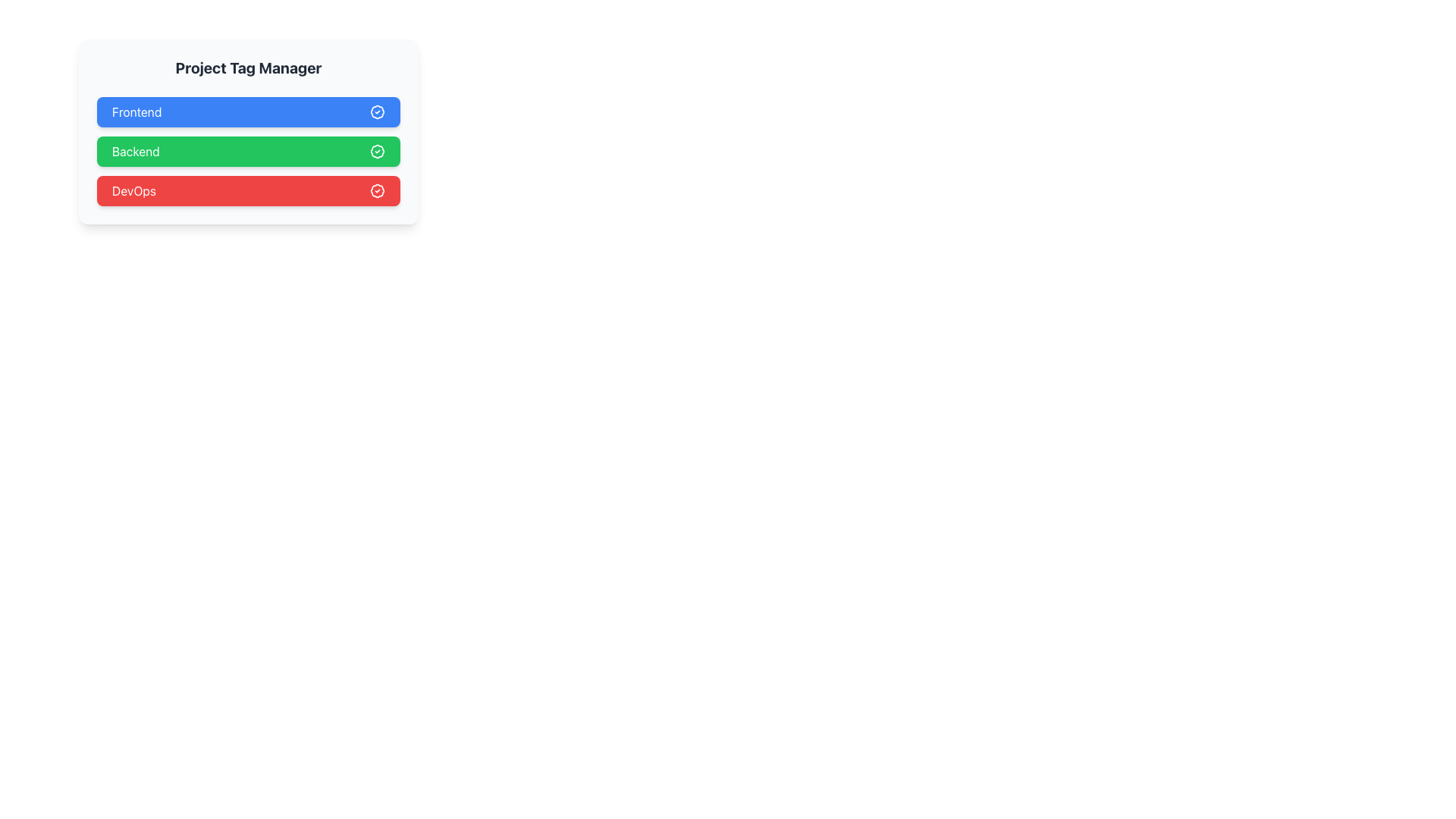 Image resolution: width=1456 pixels, height=819 pixels. What do you see at coordinates (134, 190) in the screenshot?
I see `the 'DevOps' text element, which is displayed in white font against a red background and styled like a button` at bounding box center [134, 190].